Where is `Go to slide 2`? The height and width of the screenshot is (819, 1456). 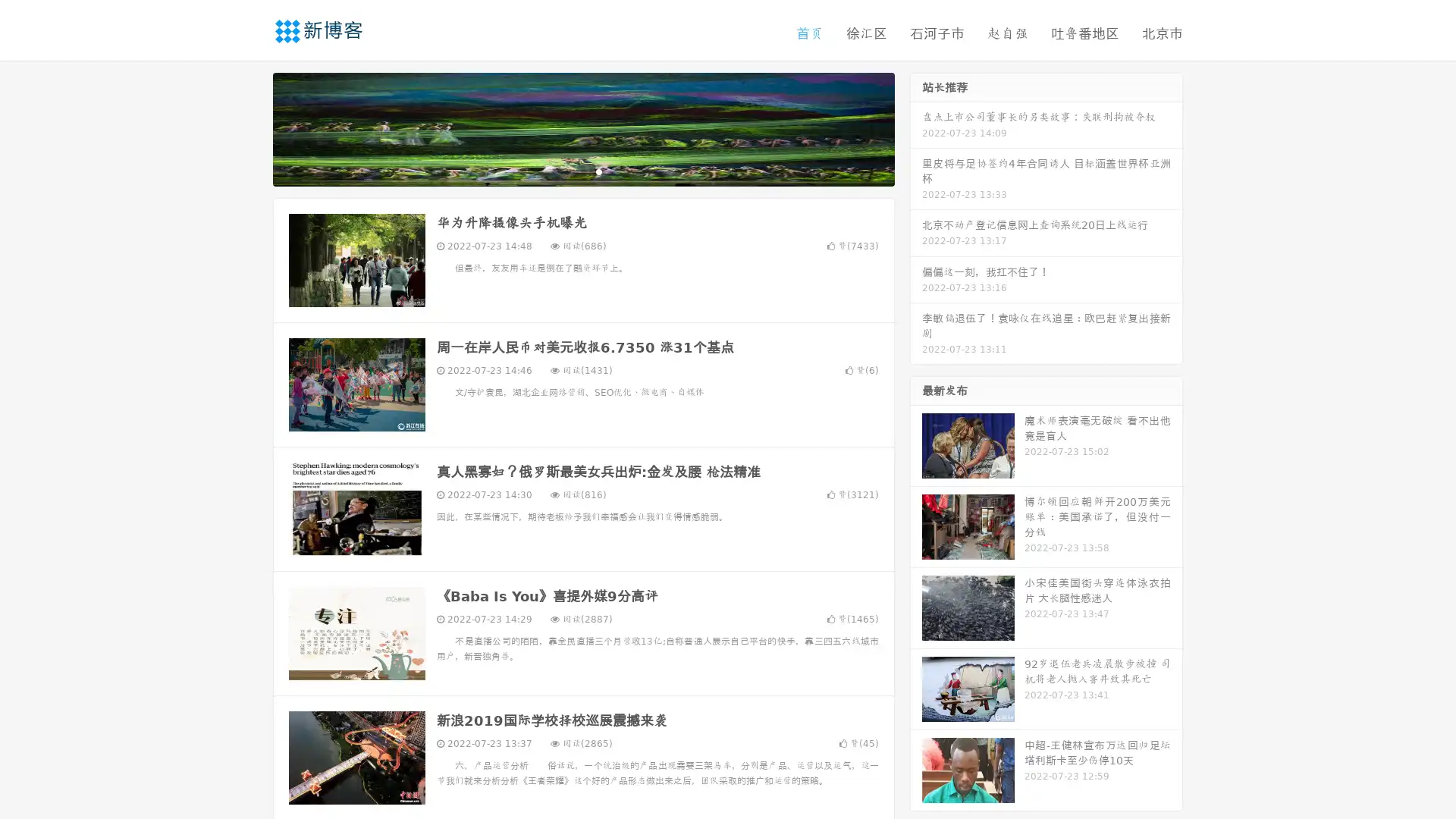
Go to slide 2 is located at coordinates (582, 171).